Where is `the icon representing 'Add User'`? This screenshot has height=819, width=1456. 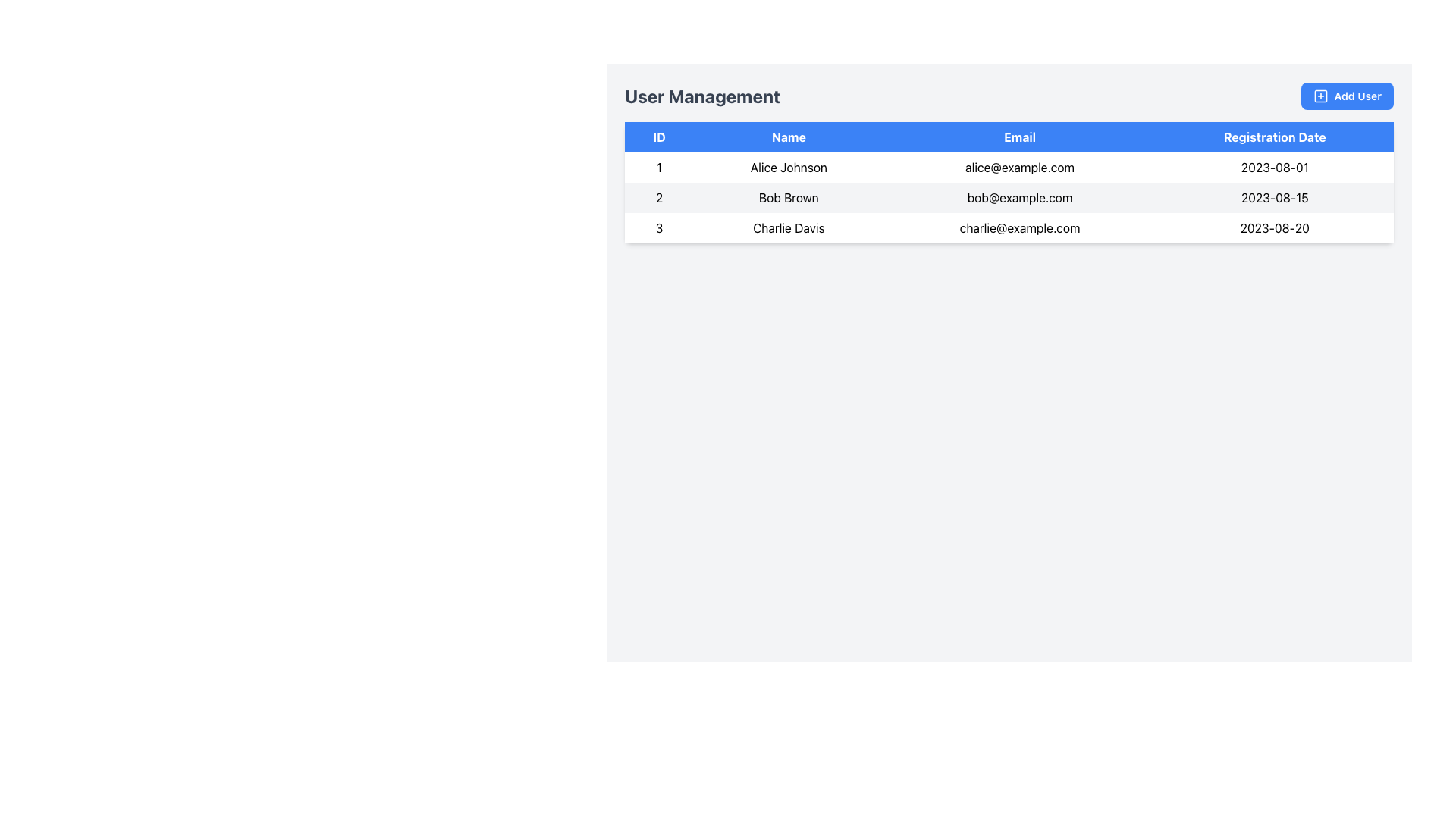
the icon representing 'Add User' is located at coordinates (1319, 96).